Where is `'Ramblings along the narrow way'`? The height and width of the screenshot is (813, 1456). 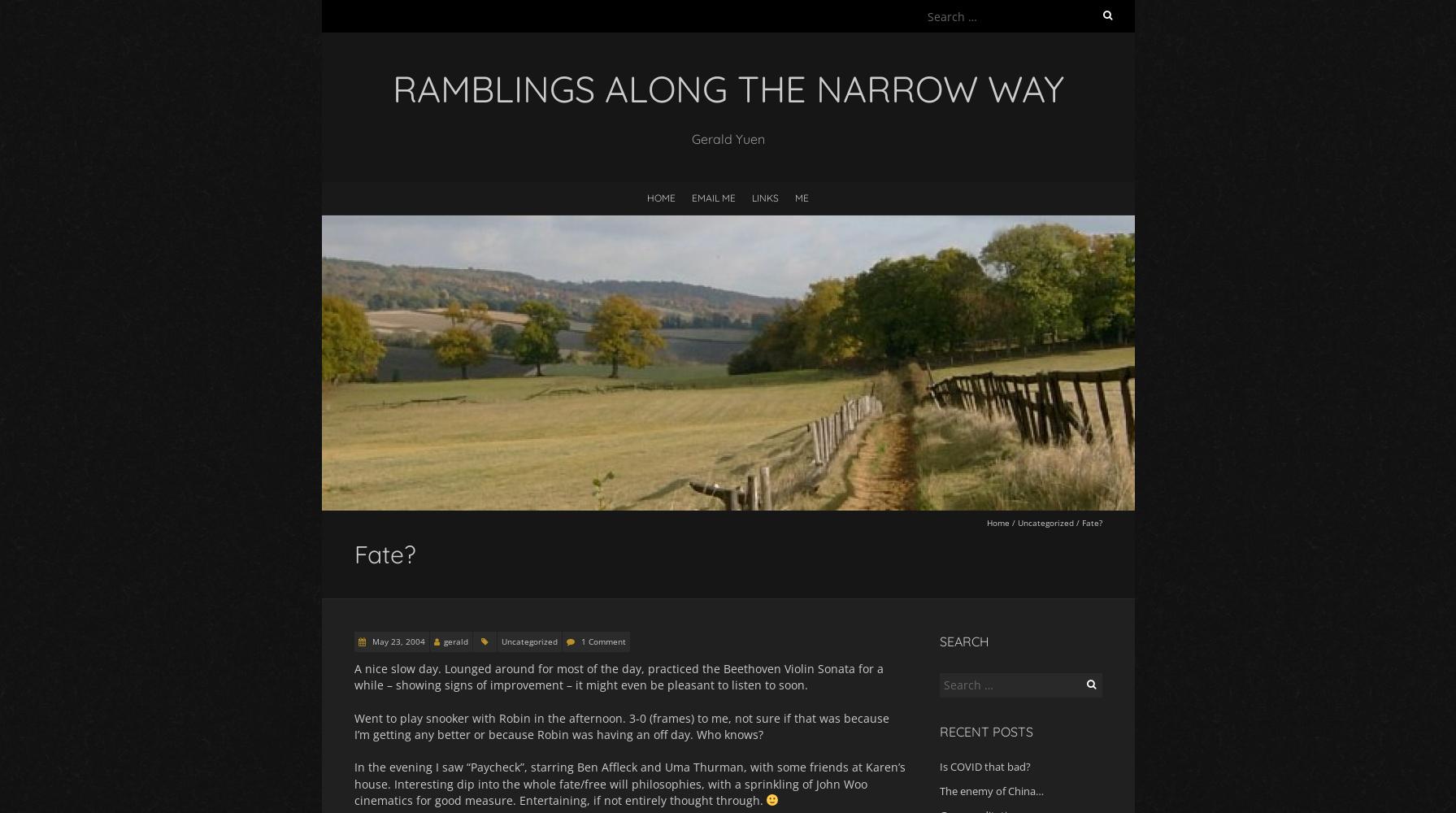 'Ramblings along the narrow way' is located at coordinates (391, 88).